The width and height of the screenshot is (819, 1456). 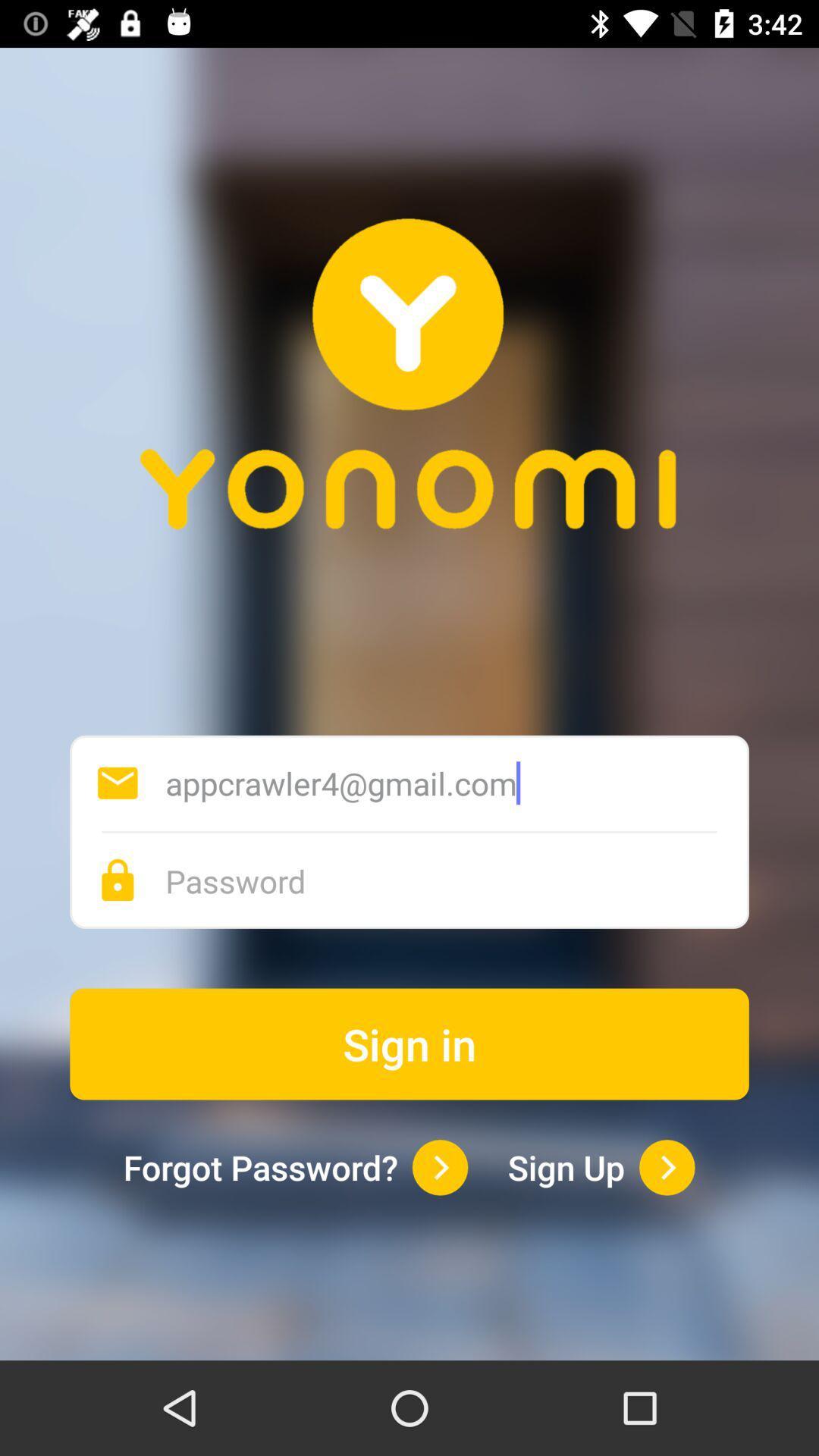 What do you see at coordinates (666, 1166) in the screenshot?
I see `the arrow_forward icon` at bounding box center [666, 1166].